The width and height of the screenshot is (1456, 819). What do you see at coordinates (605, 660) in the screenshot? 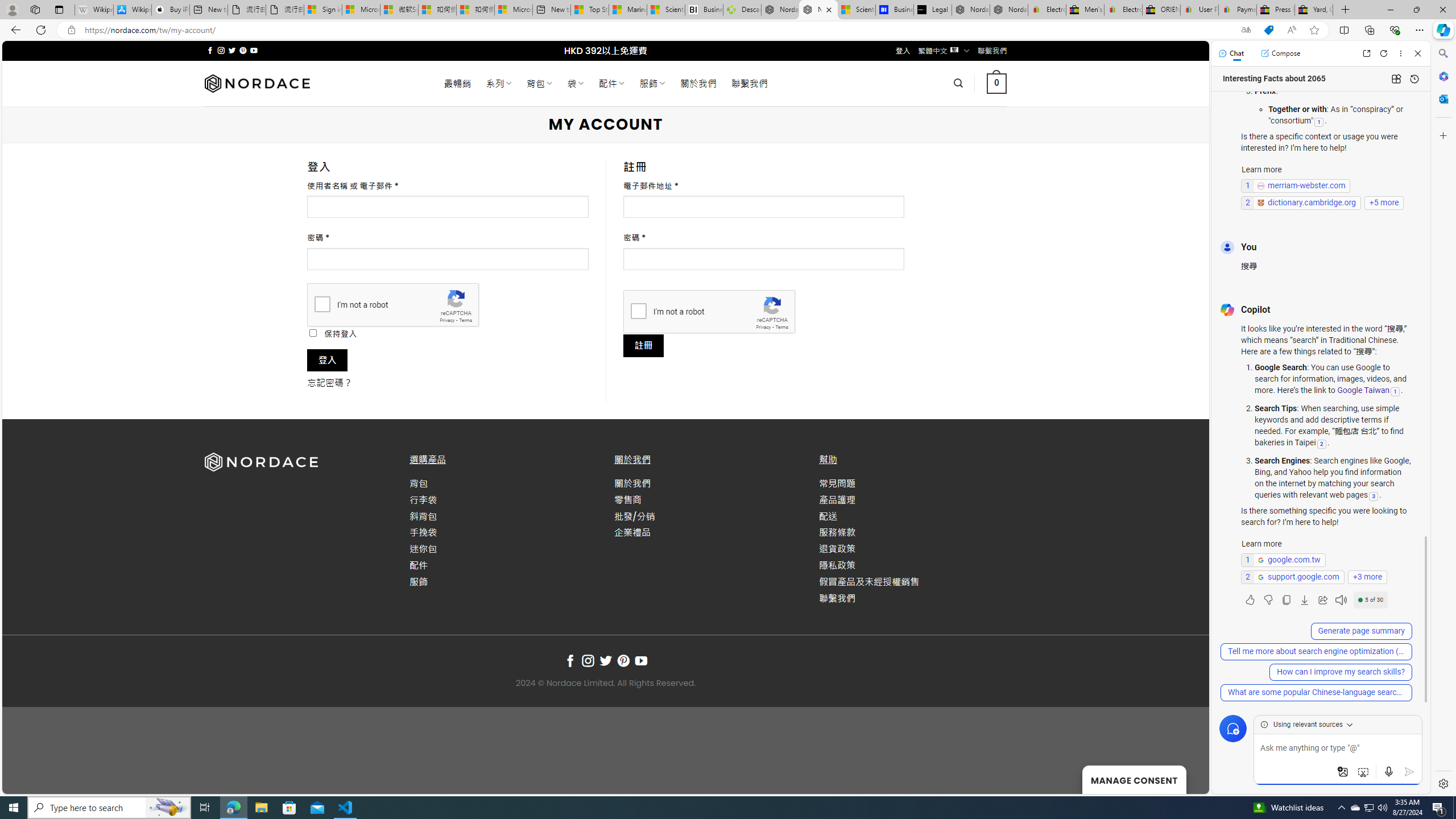
I see `'Follow on Twitter'` at bounding box center [605, 660].